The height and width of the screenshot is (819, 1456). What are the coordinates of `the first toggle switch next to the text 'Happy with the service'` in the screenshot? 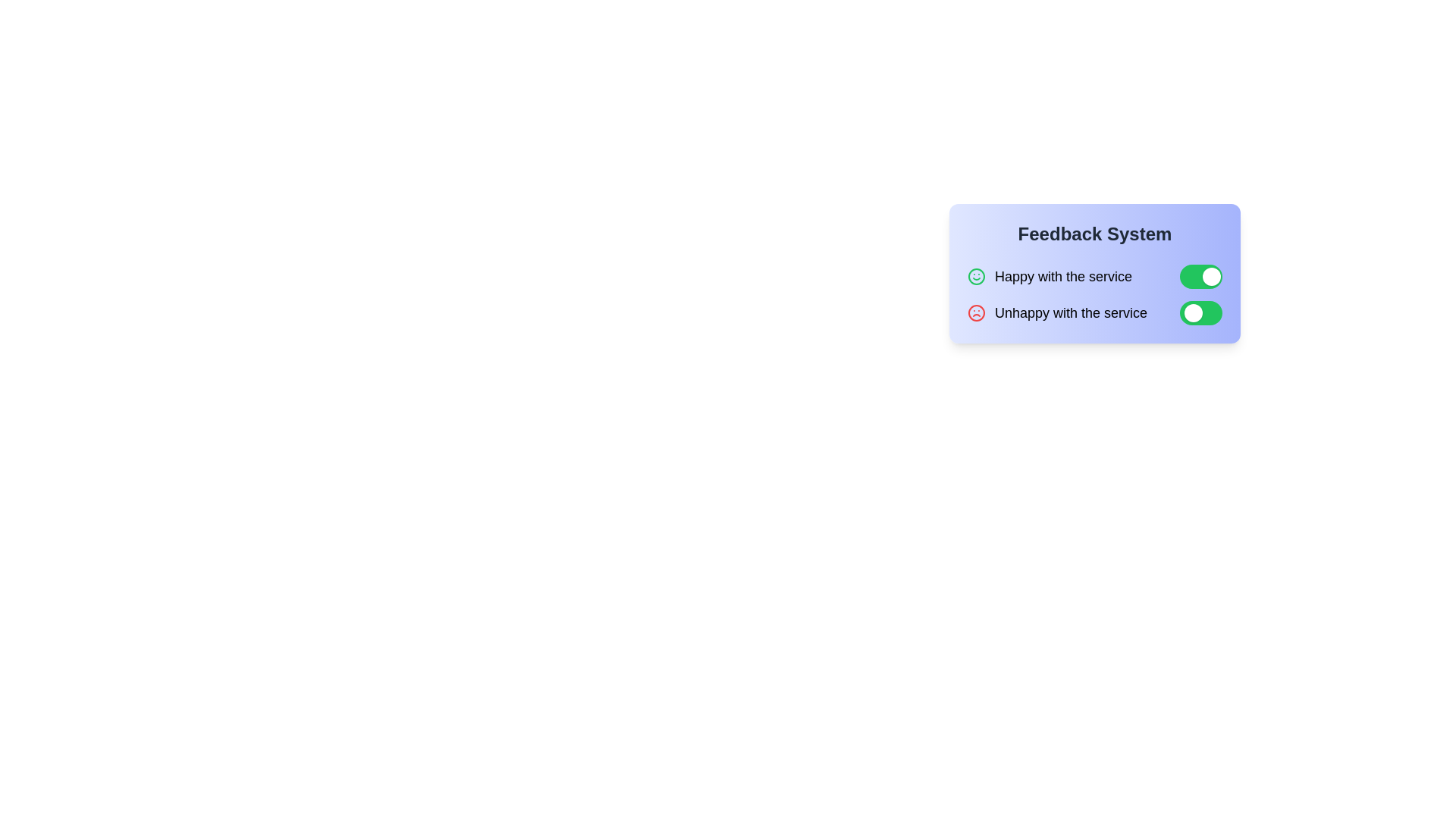 It's located at (1200, 277).